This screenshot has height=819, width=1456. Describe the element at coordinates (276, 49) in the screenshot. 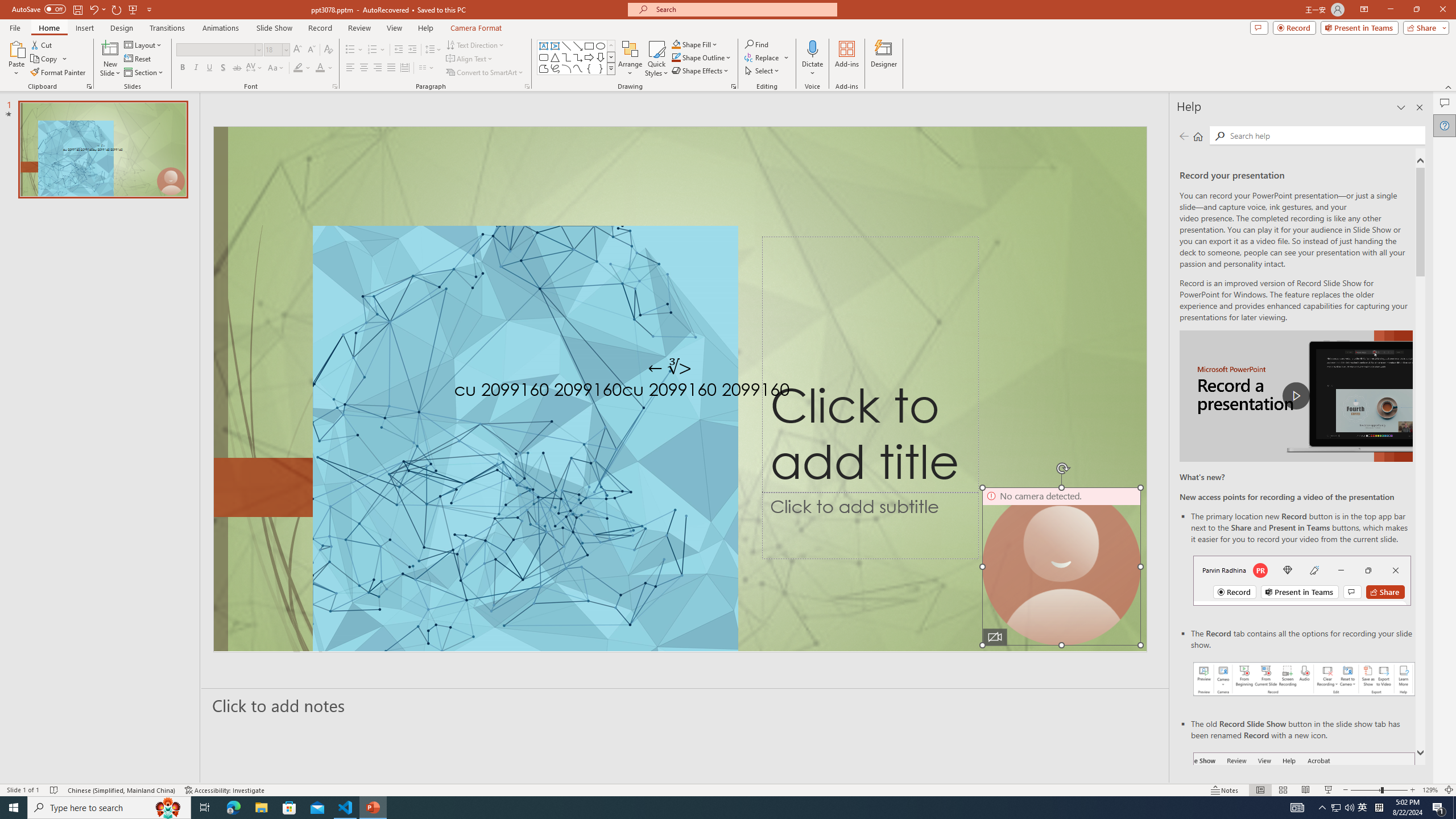

I see `'Font Size'` at that location.